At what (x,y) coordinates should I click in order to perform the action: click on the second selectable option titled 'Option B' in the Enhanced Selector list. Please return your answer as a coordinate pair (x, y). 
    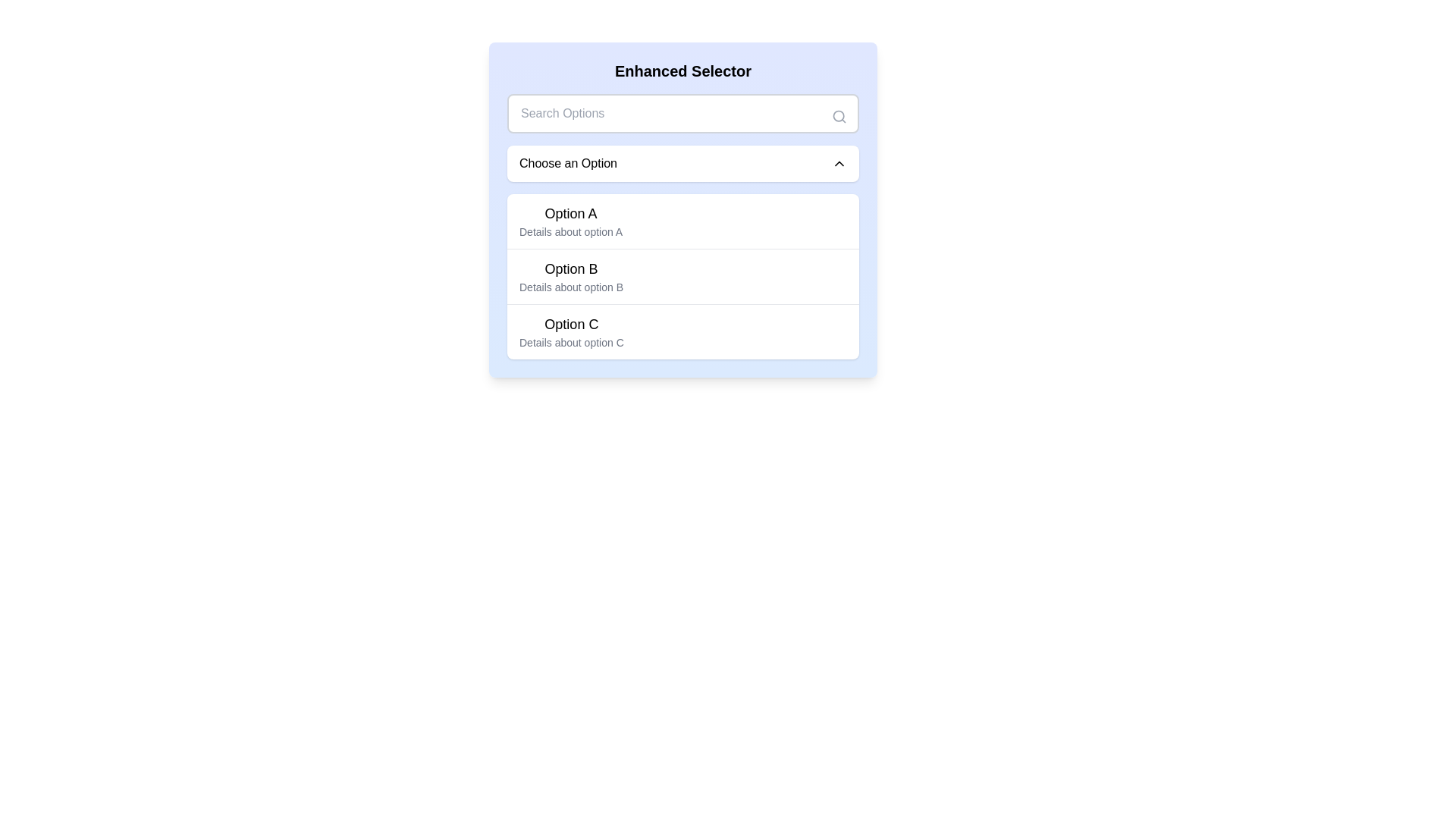
    Looking at the image, I should click on (682, 277).